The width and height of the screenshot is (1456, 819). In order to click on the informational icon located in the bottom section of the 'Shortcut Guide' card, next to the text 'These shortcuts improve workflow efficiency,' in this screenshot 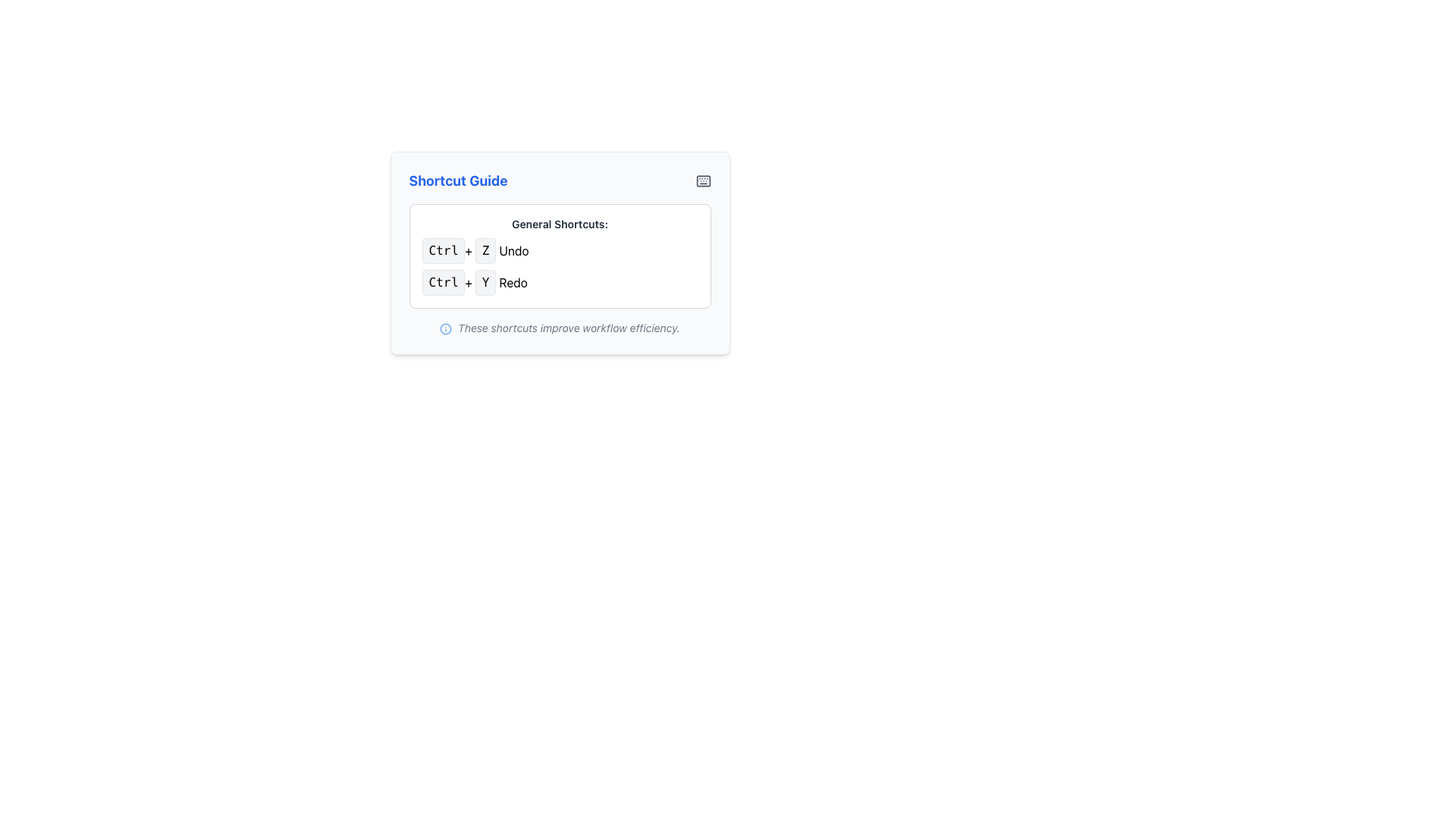, I will do `click(445, 328)`.